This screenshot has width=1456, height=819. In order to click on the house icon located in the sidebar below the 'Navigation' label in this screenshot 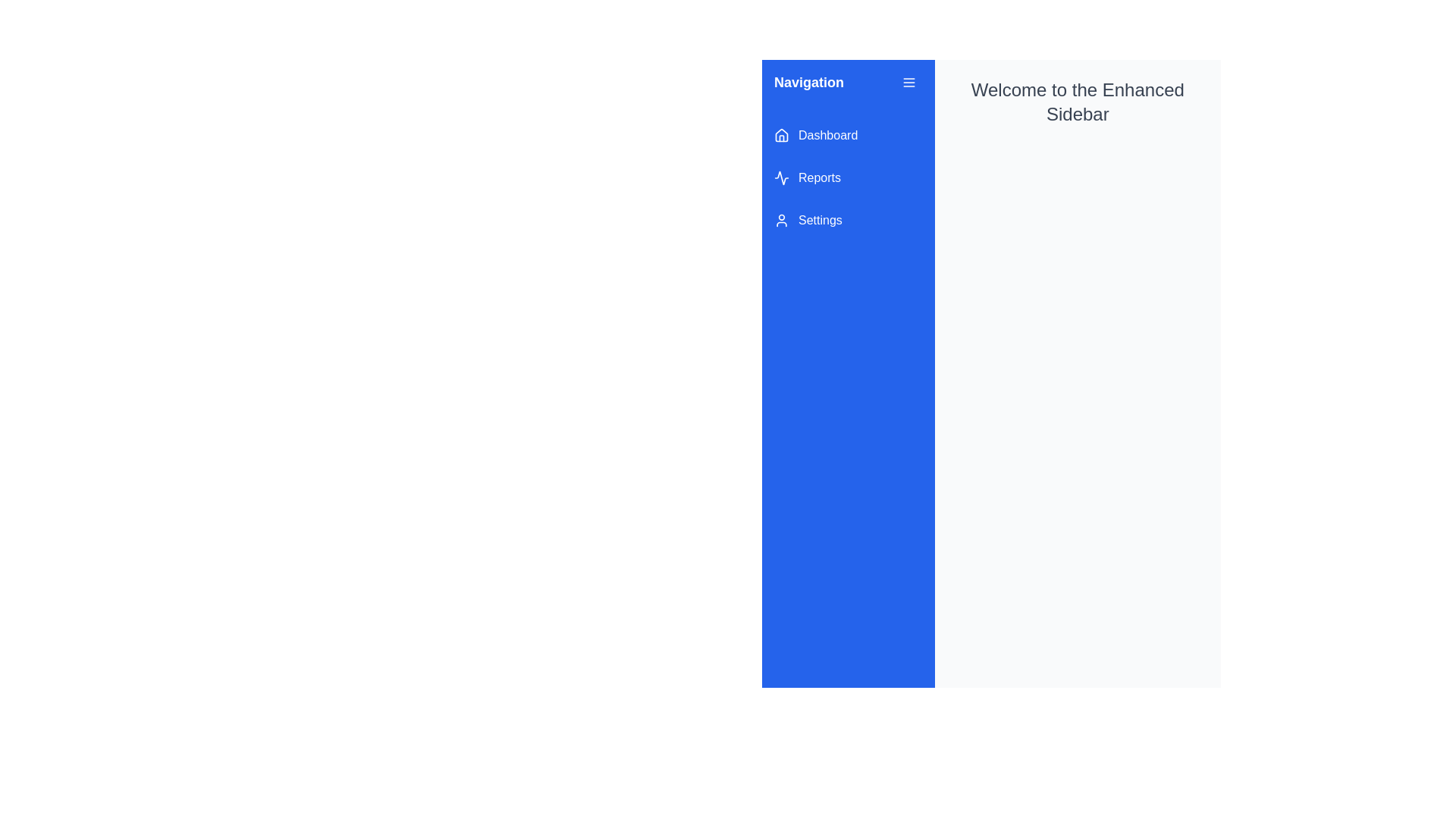, I will do `click(782, 133)`.